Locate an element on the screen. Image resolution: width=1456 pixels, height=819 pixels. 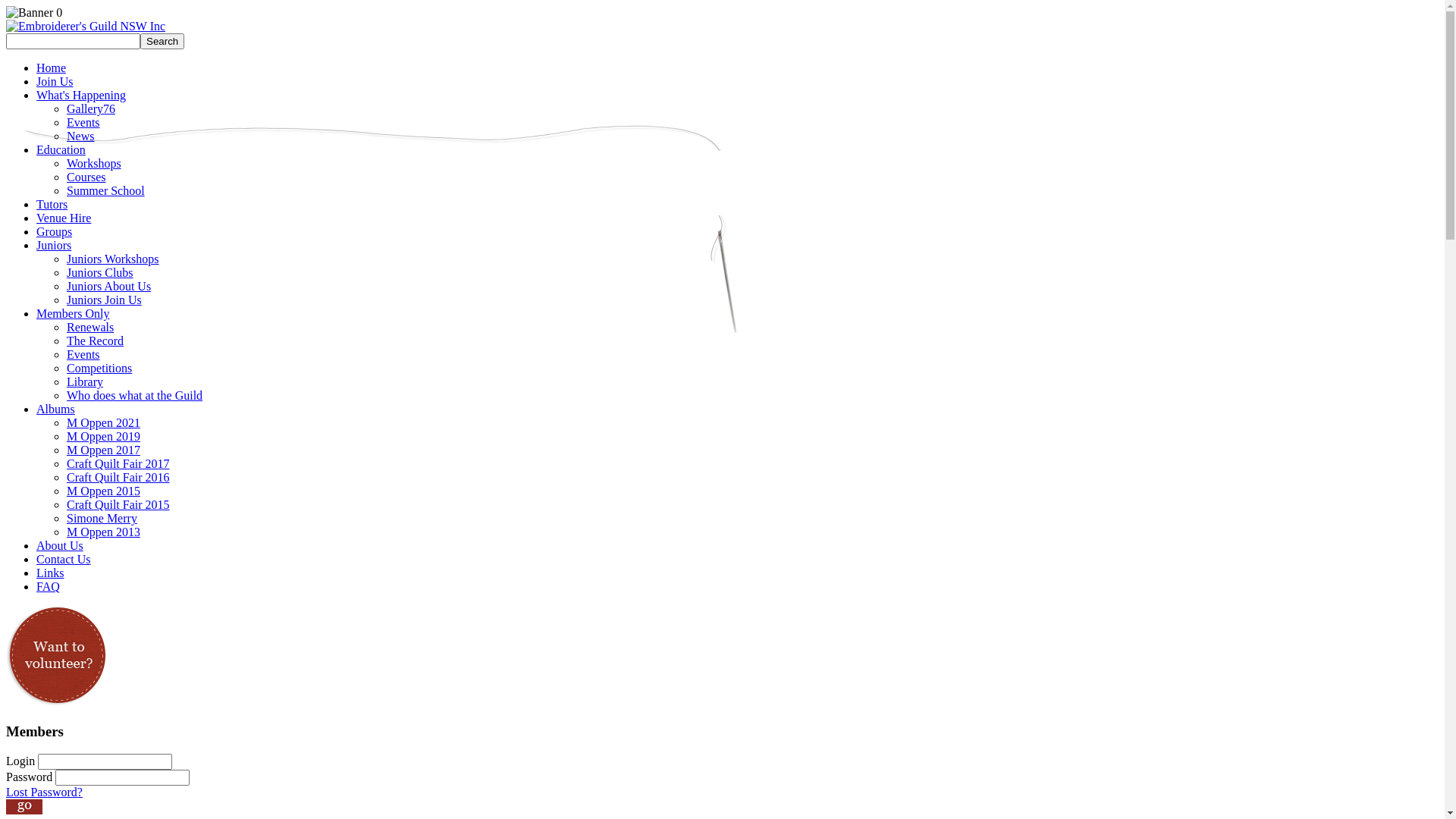
'Craft Quilt Fair 2017' is located at coordinates (118, 463).